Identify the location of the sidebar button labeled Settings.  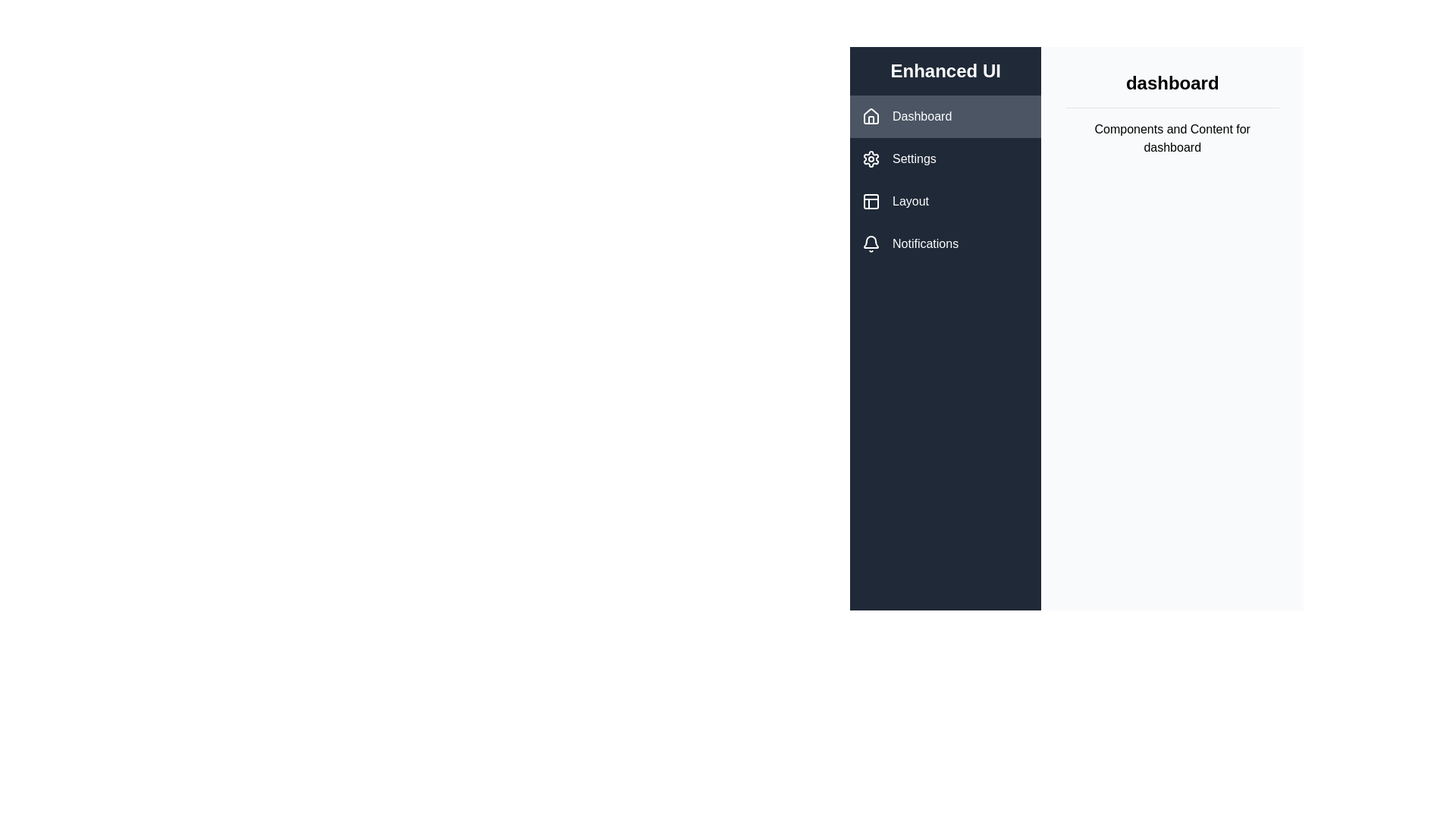
(945, 158).